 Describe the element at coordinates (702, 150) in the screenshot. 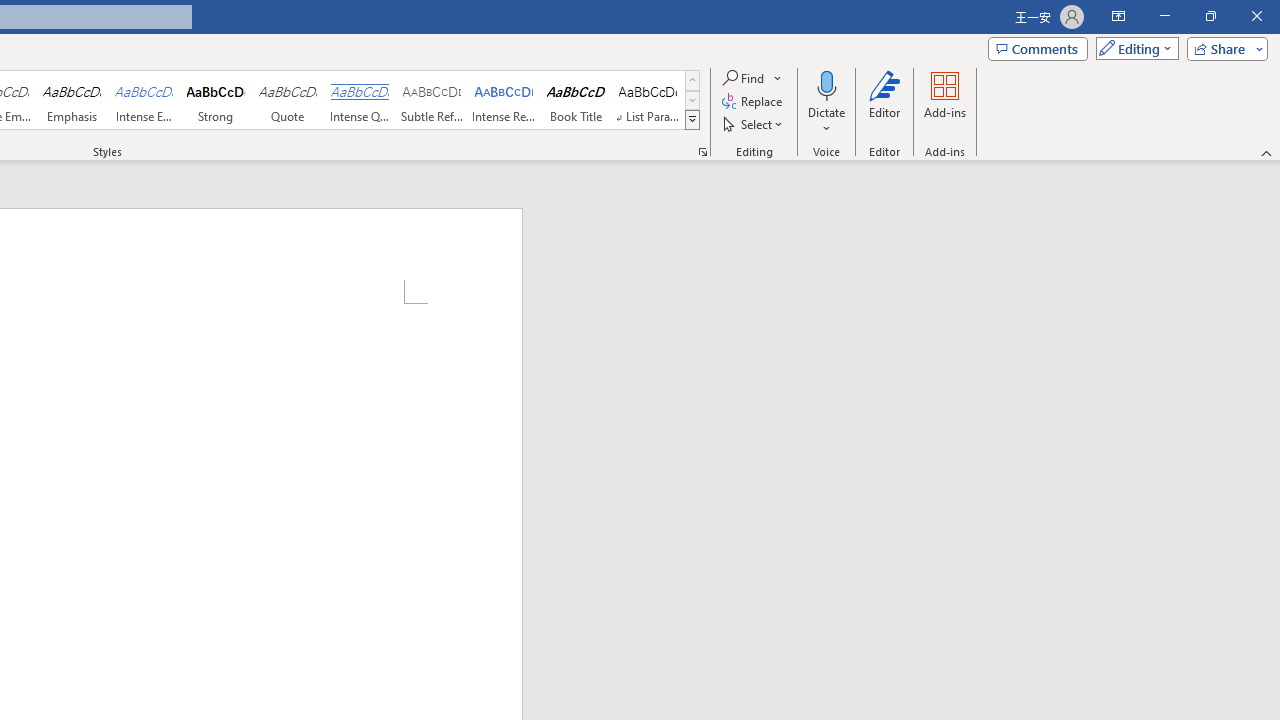

I see `'Styles...'` at that location.